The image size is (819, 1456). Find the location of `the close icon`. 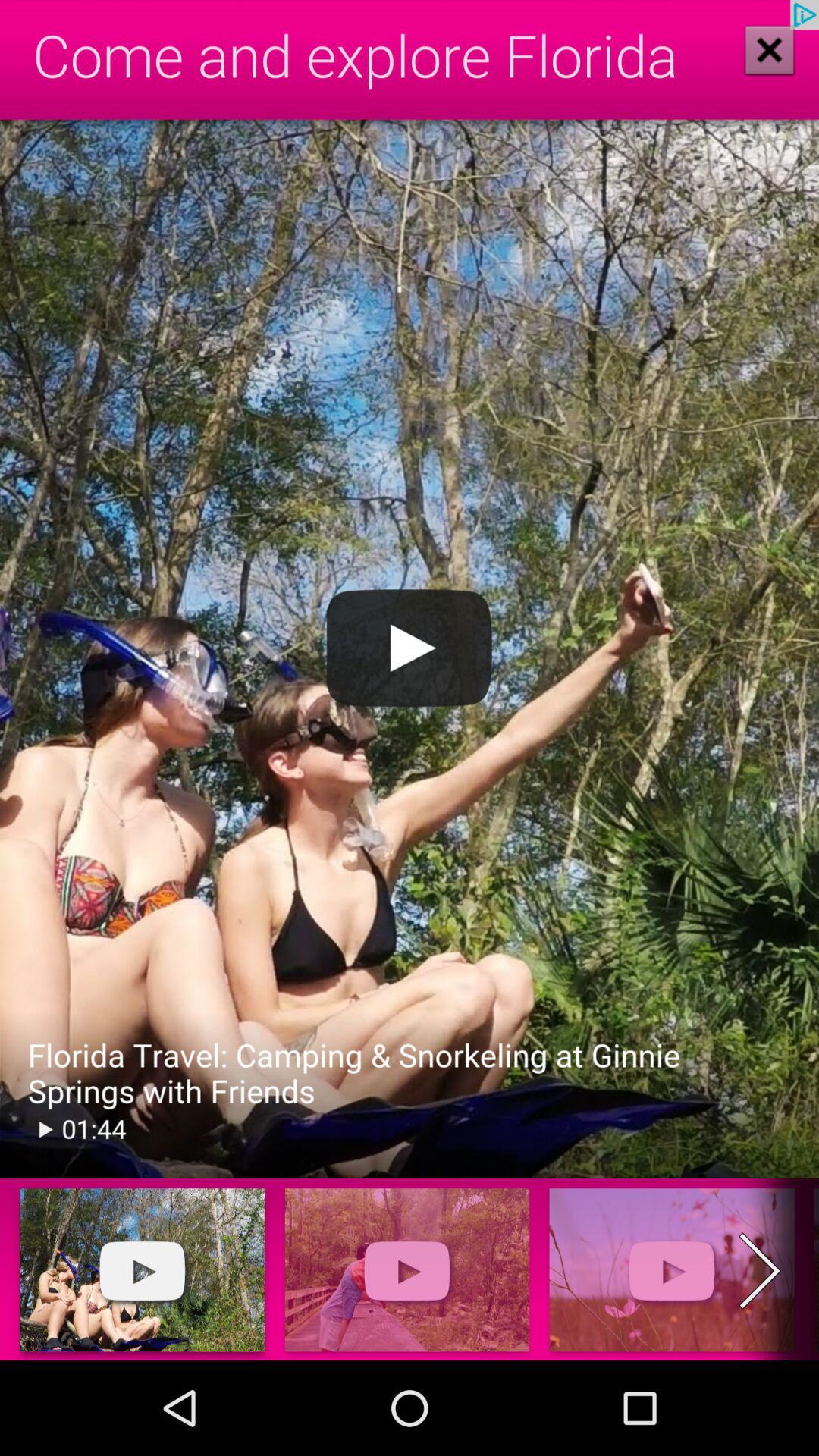

the close icon is located at coordinates (769, 49).